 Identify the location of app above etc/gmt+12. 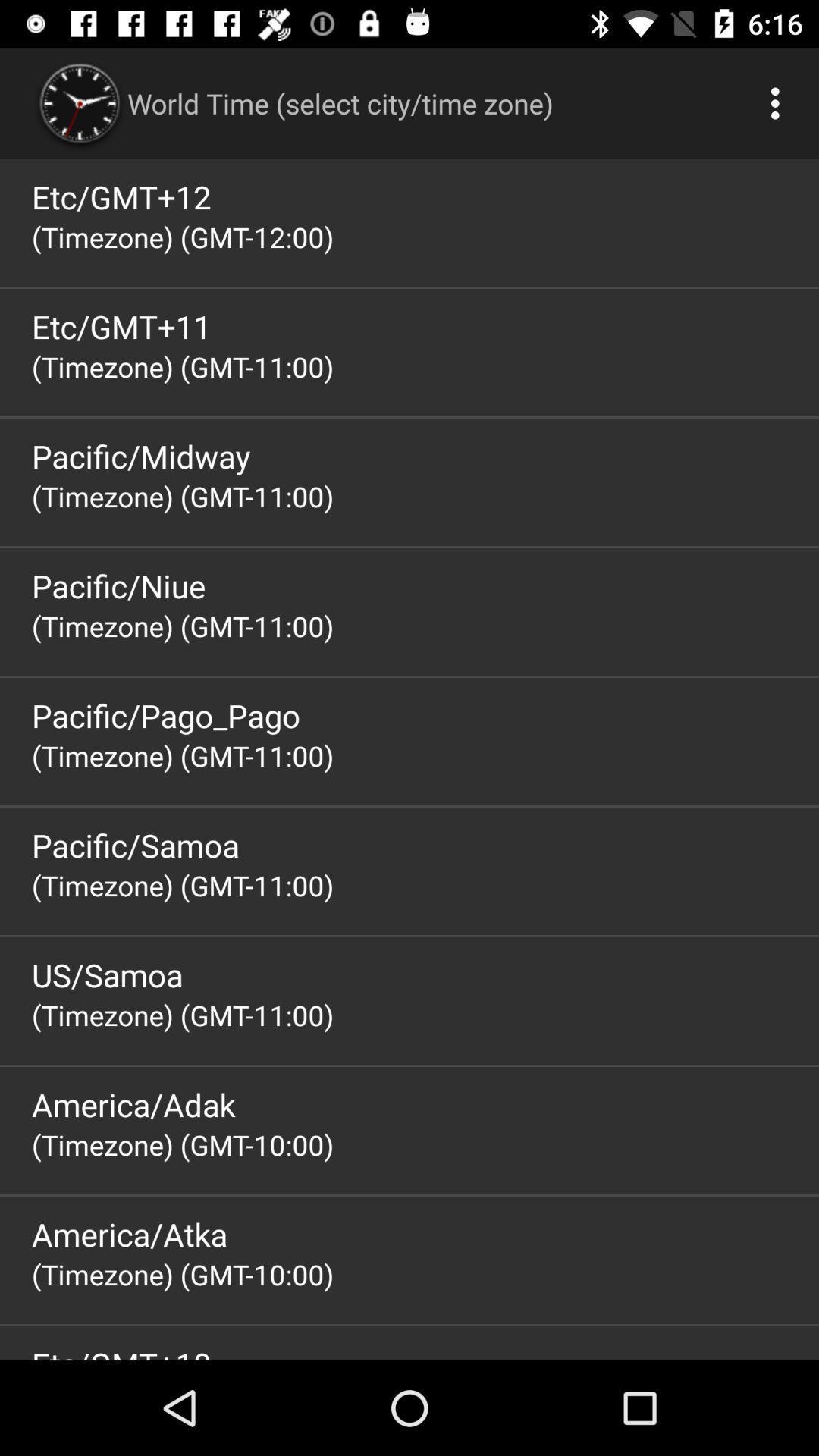
(779, 102).